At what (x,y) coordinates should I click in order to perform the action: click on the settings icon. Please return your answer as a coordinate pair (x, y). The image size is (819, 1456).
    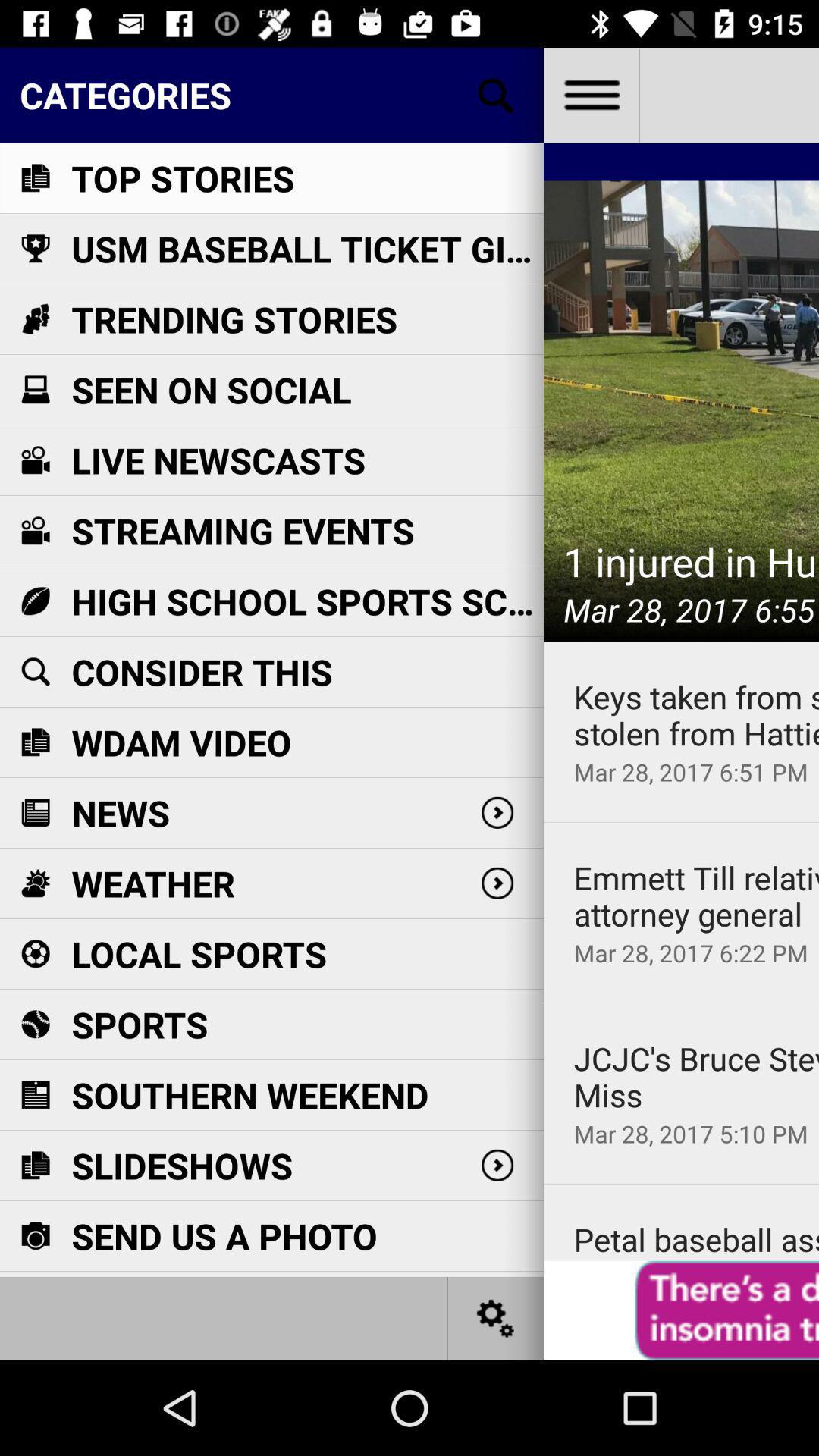
    Looking at the image, I should click on (496, 1317).